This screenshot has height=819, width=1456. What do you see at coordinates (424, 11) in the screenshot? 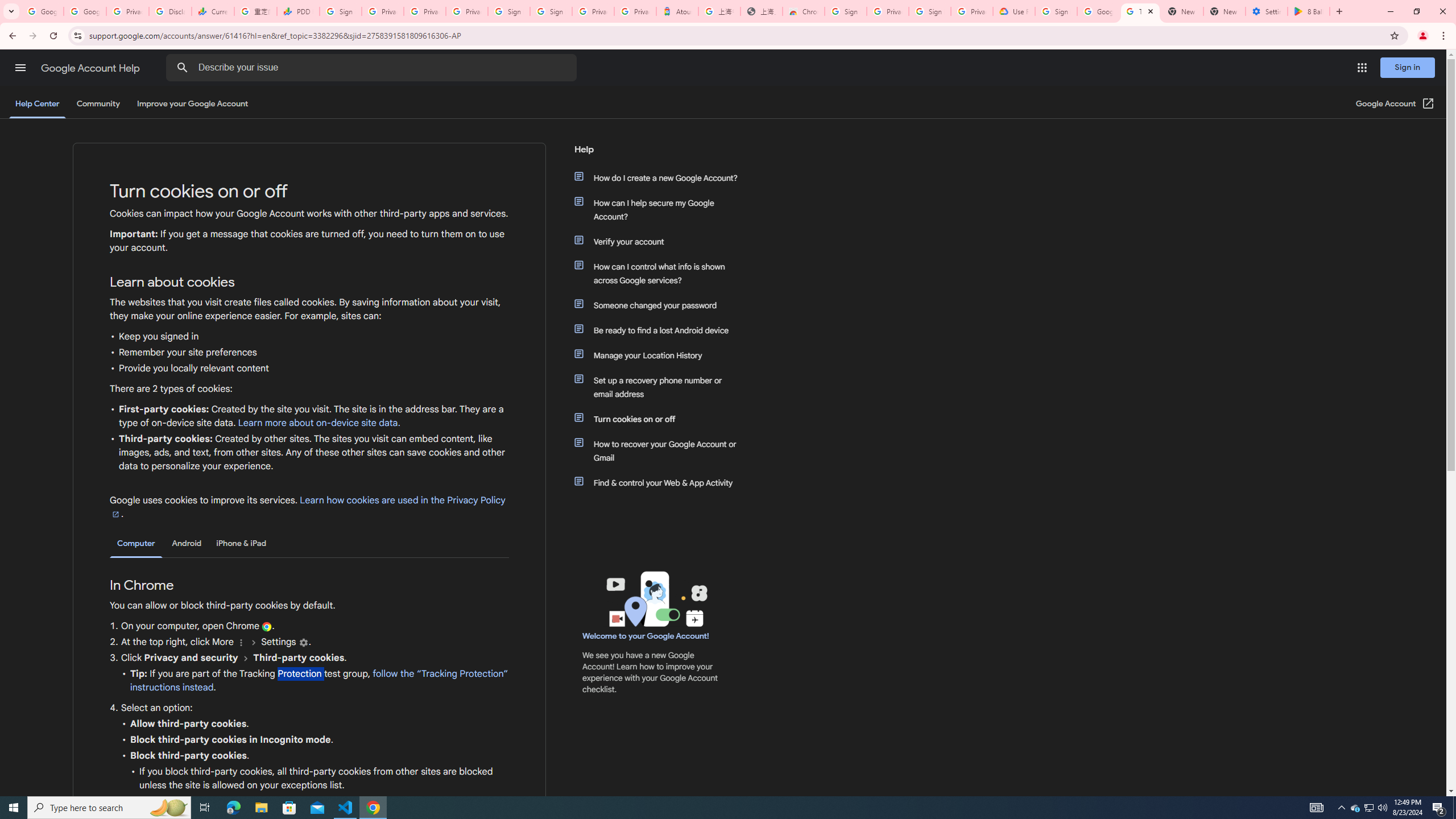
I see `'Privacy Checkup'` at bounding box center [424, 11].